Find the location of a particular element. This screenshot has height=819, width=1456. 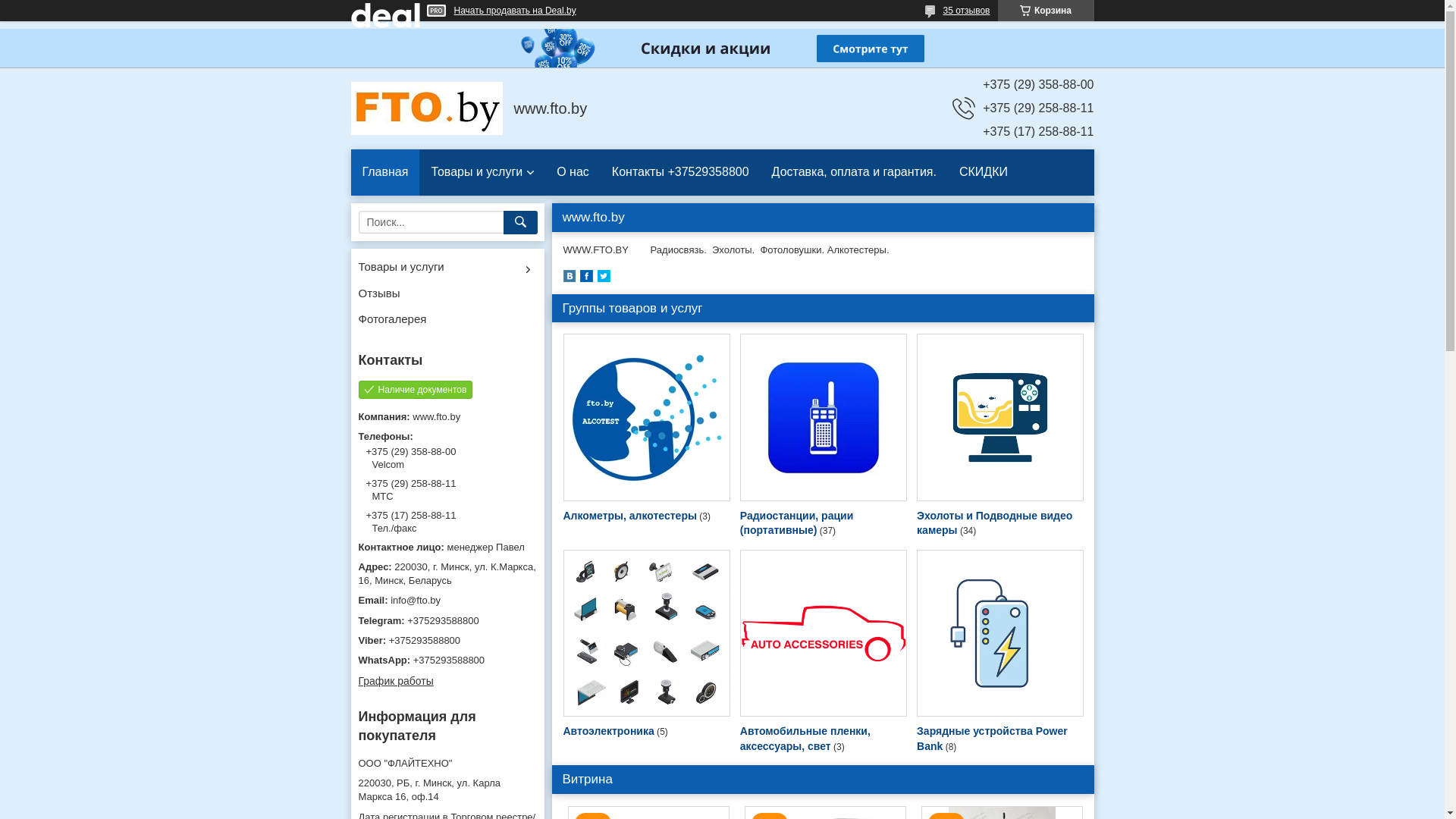

'info@fto.by' is located at coordinates (446, 599).